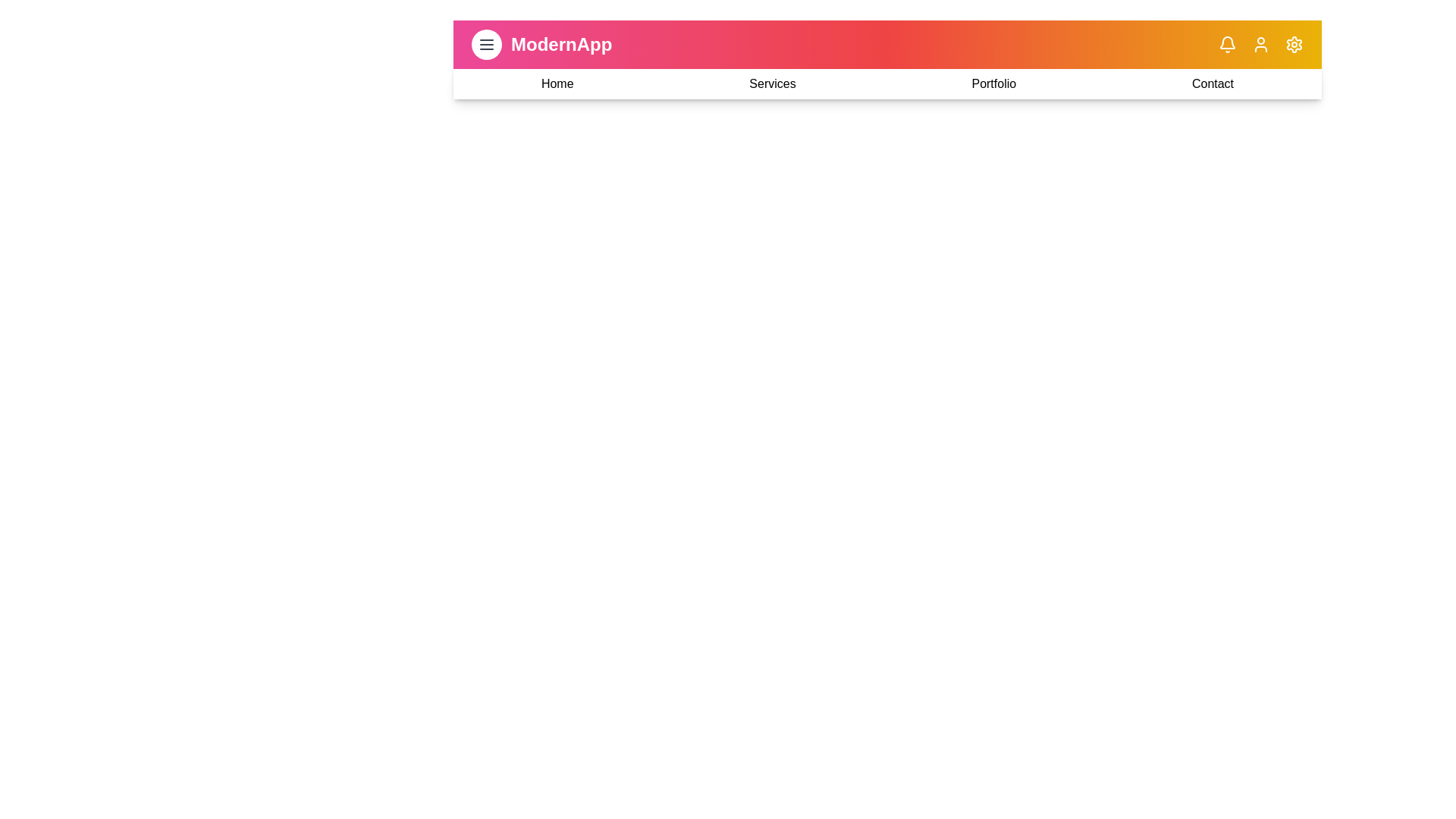  I want to click on the navigation link to navigate to the Contact section, so click(1211, 84).